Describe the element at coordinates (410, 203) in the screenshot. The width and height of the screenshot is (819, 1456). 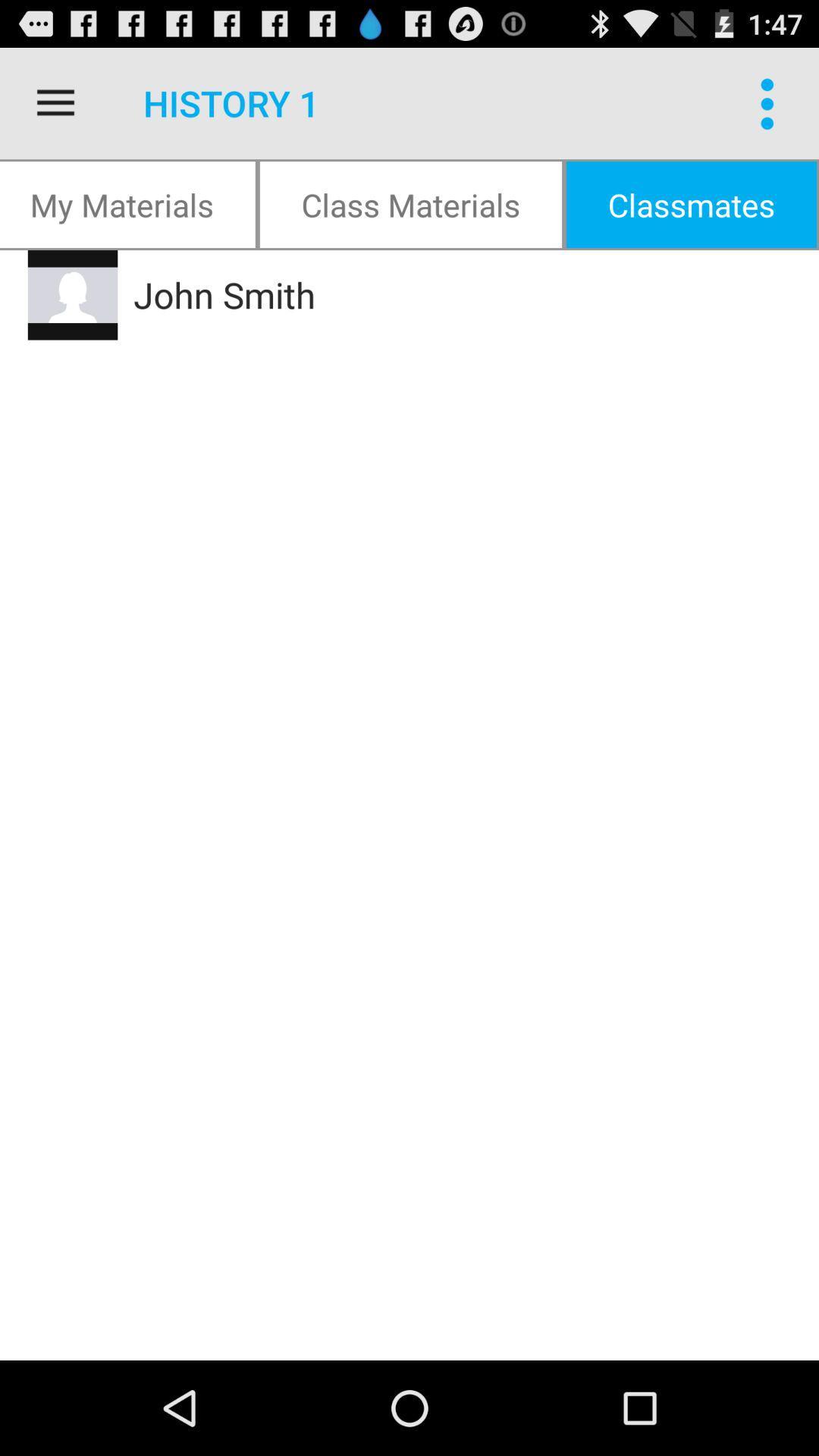
I see `the icon to the right of my materials item` at that location.